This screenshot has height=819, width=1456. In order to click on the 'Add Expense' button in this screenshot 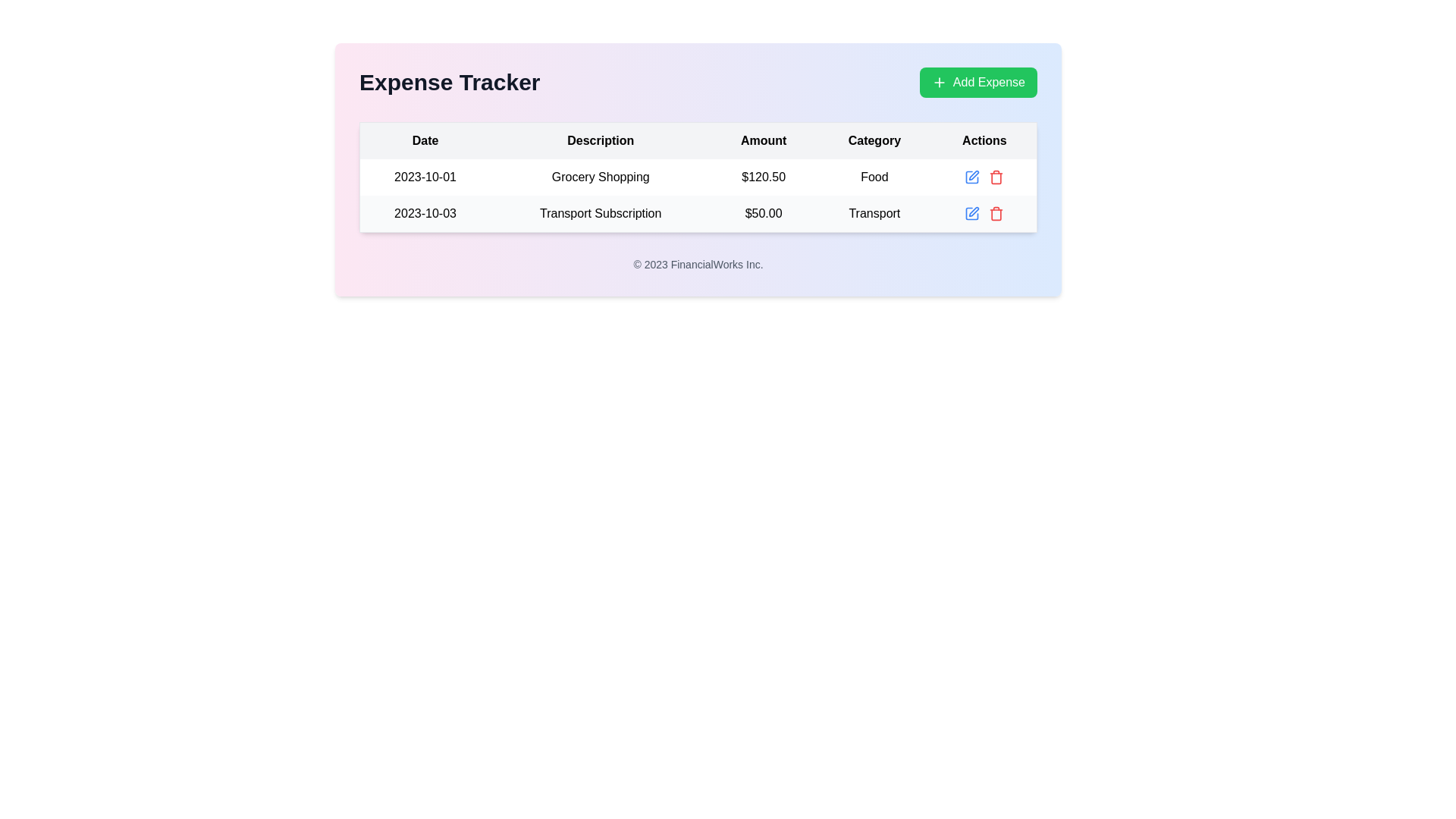, I will do `click(978, 82)`.